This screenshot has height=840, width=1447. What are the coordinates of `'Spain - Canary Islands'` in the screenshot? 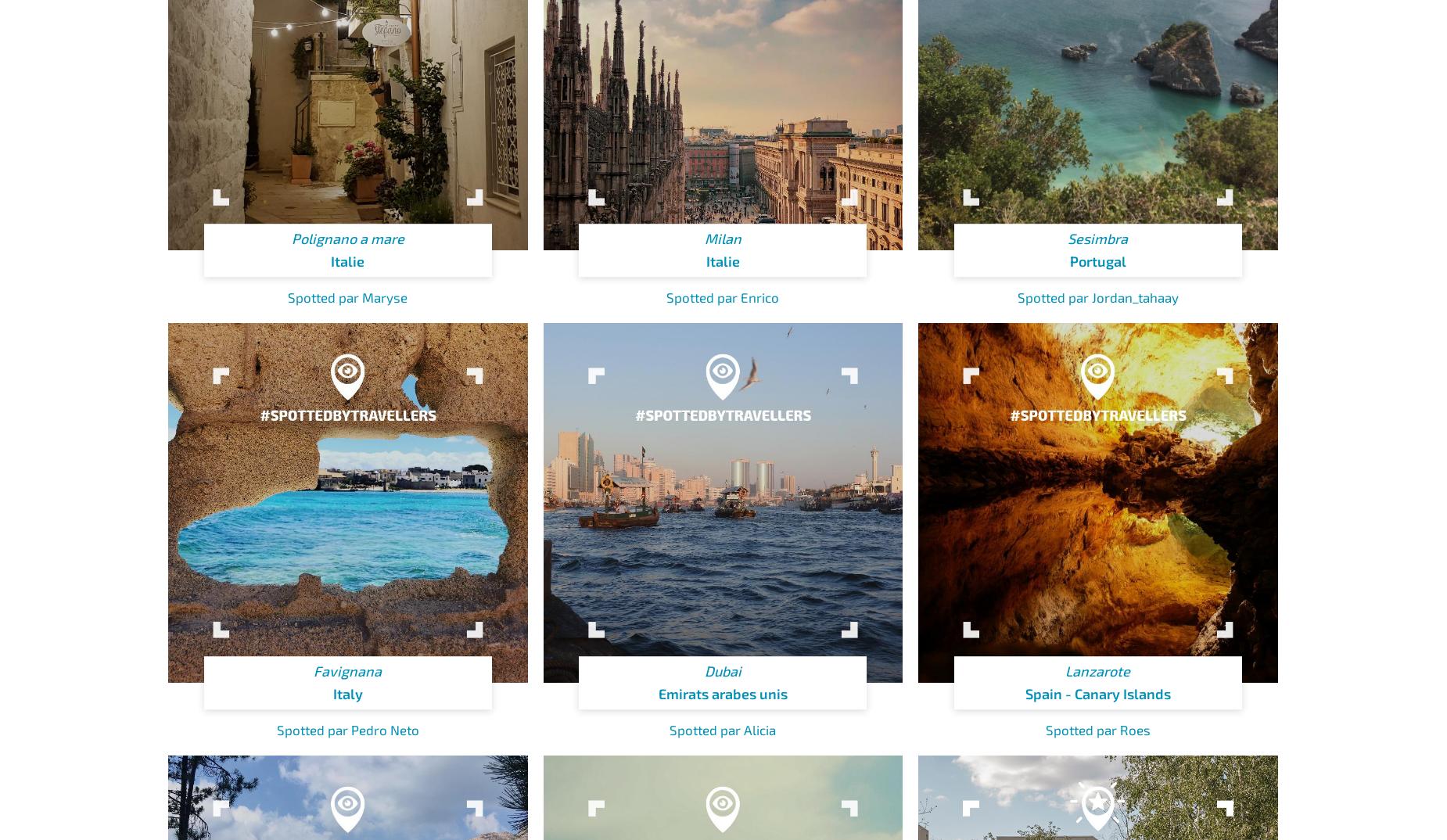 It's located at (1097, 692).